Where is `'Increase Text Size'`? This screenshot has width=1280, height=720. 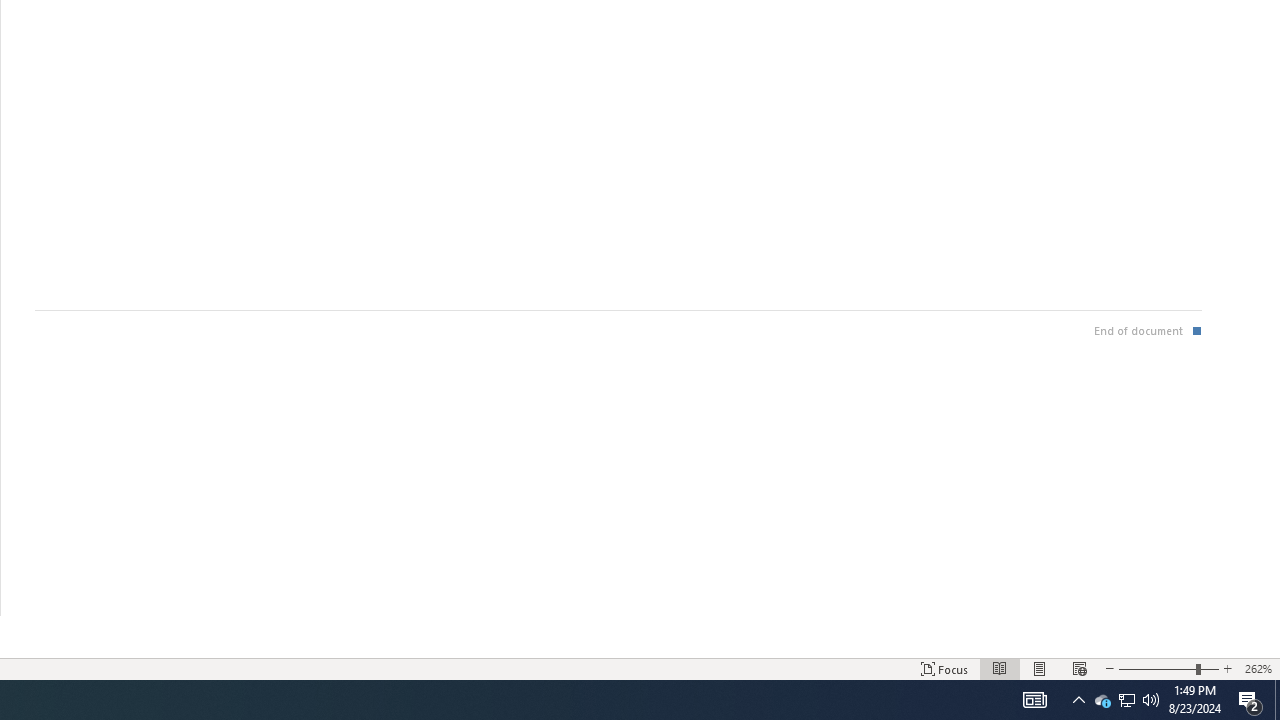
'Increase Text Size' is located at coordinates (1226, 669).